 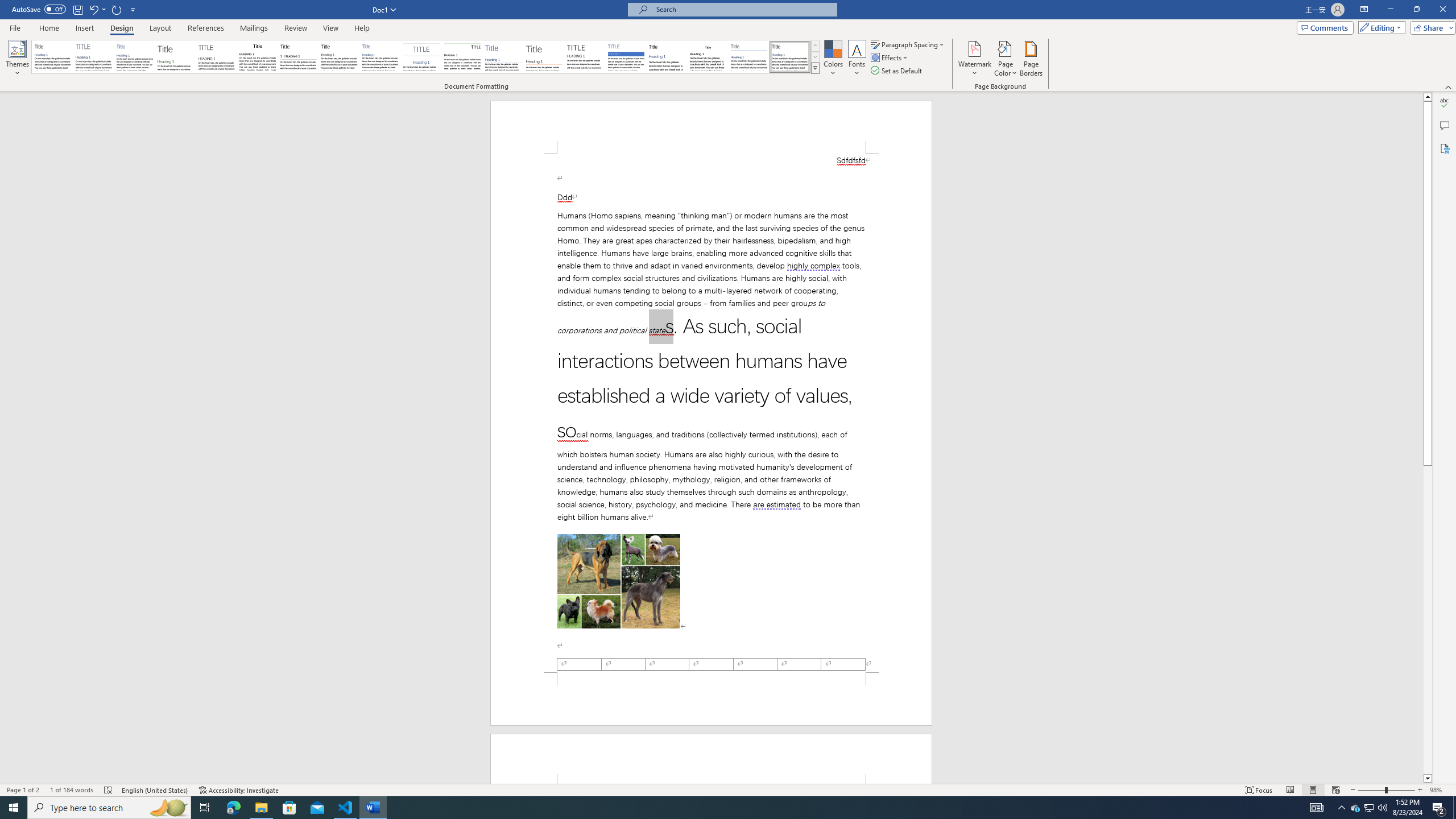 I want to click on 'Zoom', so click(x=1386, y=790).